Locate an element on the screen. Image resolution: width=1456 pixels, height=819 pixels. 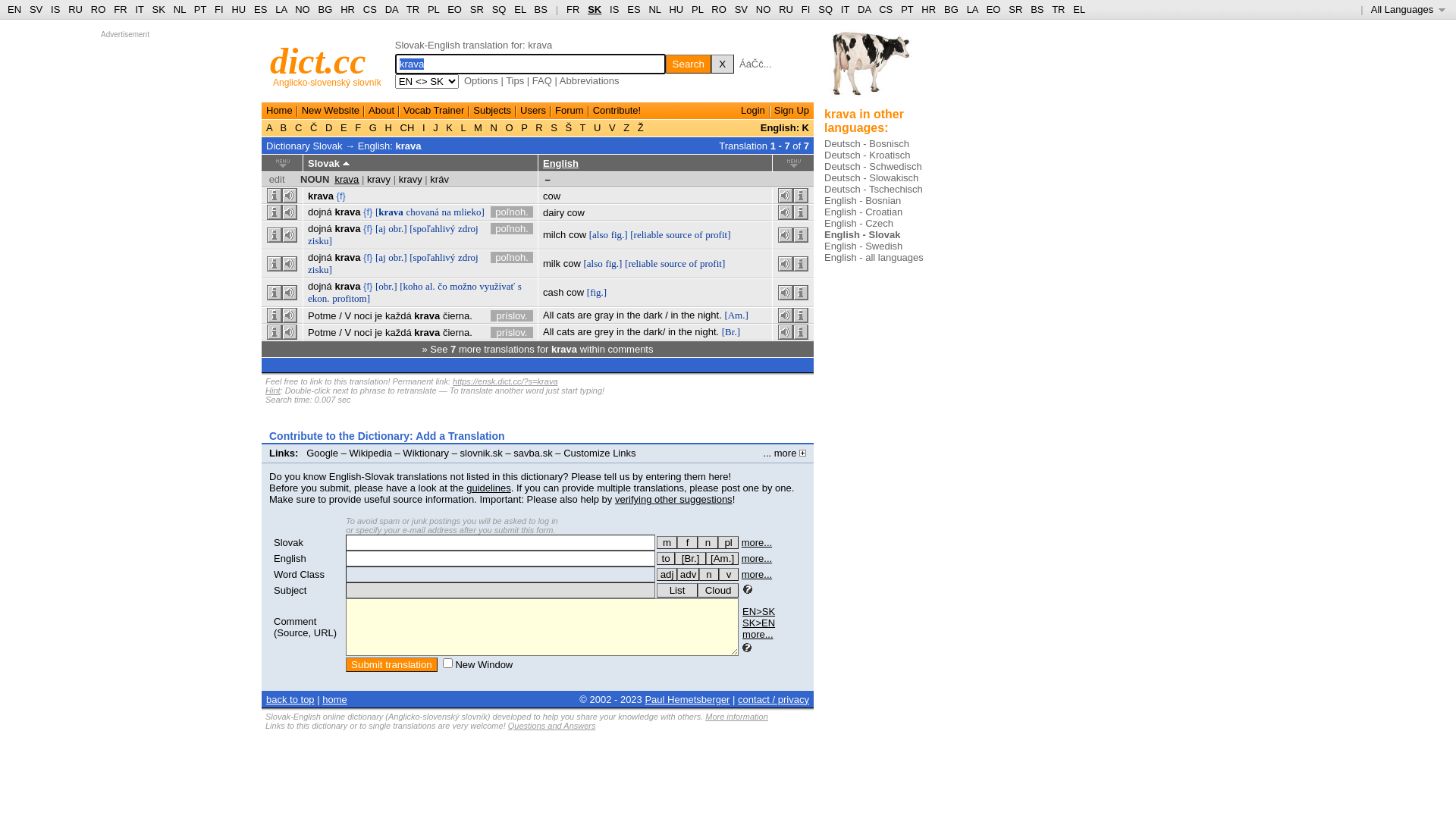
'Login' is located at coordinates (741, 109).